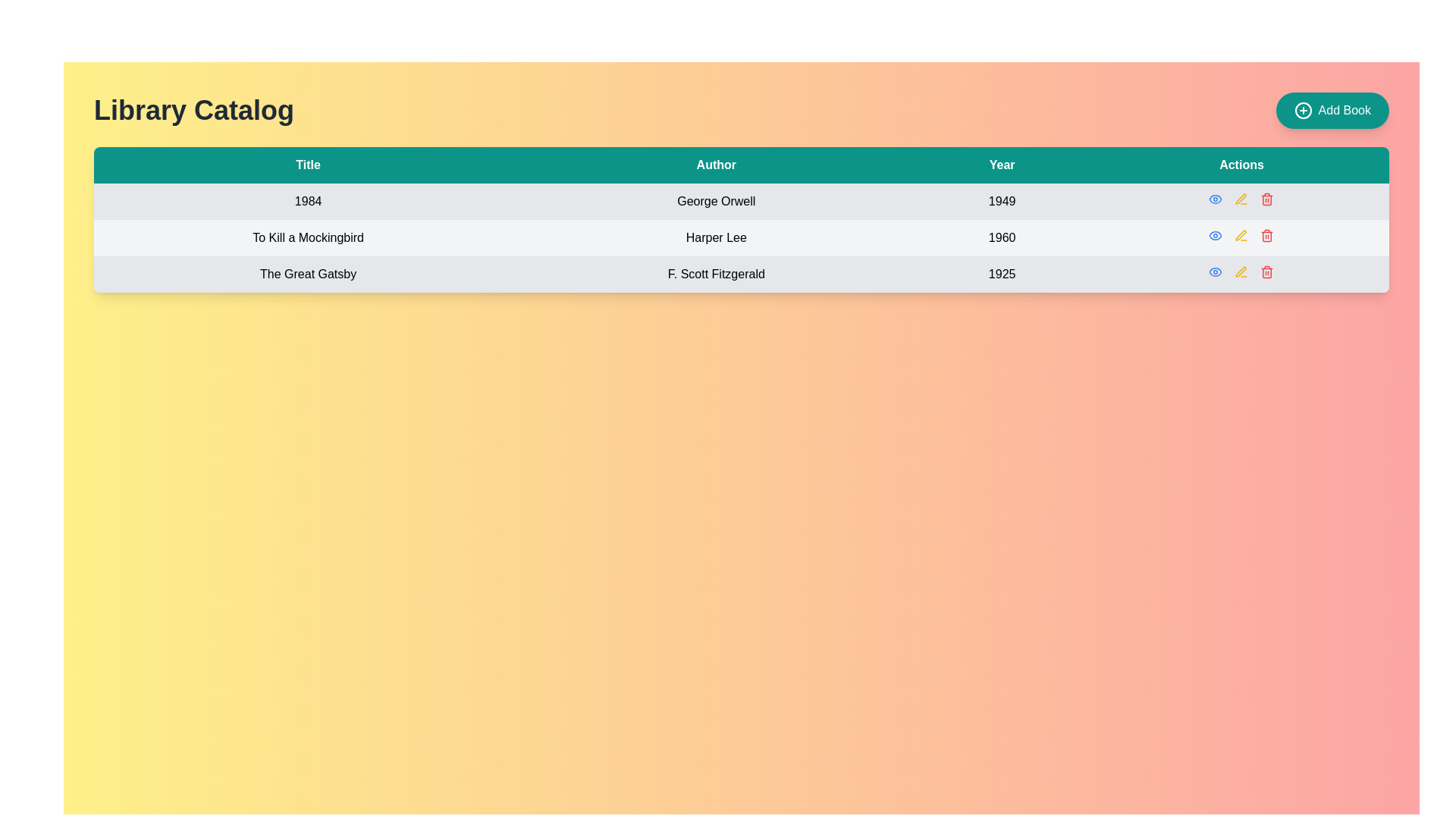 The height and width of the screenshot is (819, 1456). I want to click on the pen icon button located in the second row of the 'Actions' column of the table to initiate the edit action, so click(1241, 271).